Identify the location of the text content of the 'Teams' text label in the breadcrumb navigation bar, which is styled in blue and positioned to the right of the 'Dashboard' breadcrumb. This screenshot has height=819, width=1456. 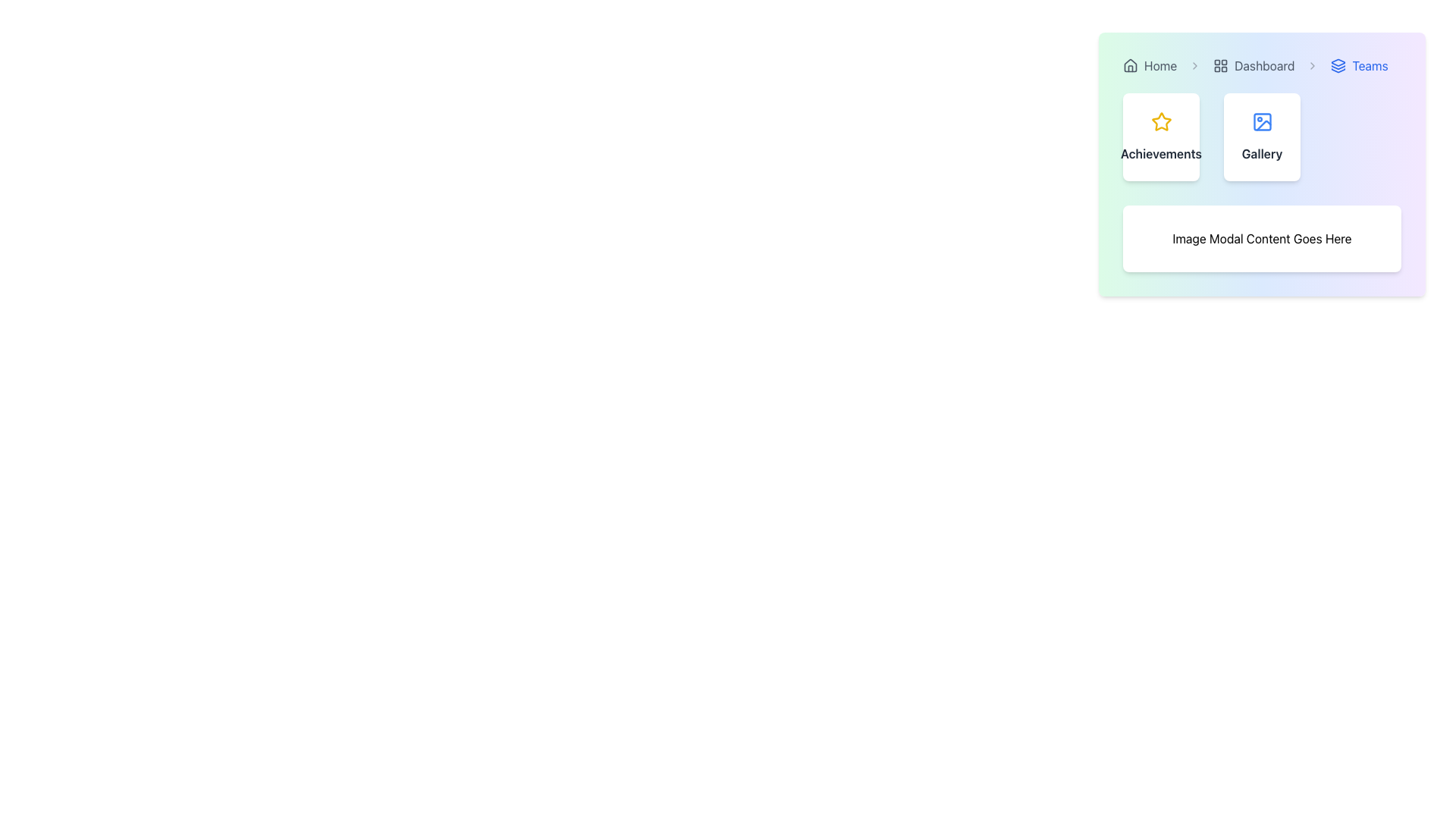
(1370, 65).